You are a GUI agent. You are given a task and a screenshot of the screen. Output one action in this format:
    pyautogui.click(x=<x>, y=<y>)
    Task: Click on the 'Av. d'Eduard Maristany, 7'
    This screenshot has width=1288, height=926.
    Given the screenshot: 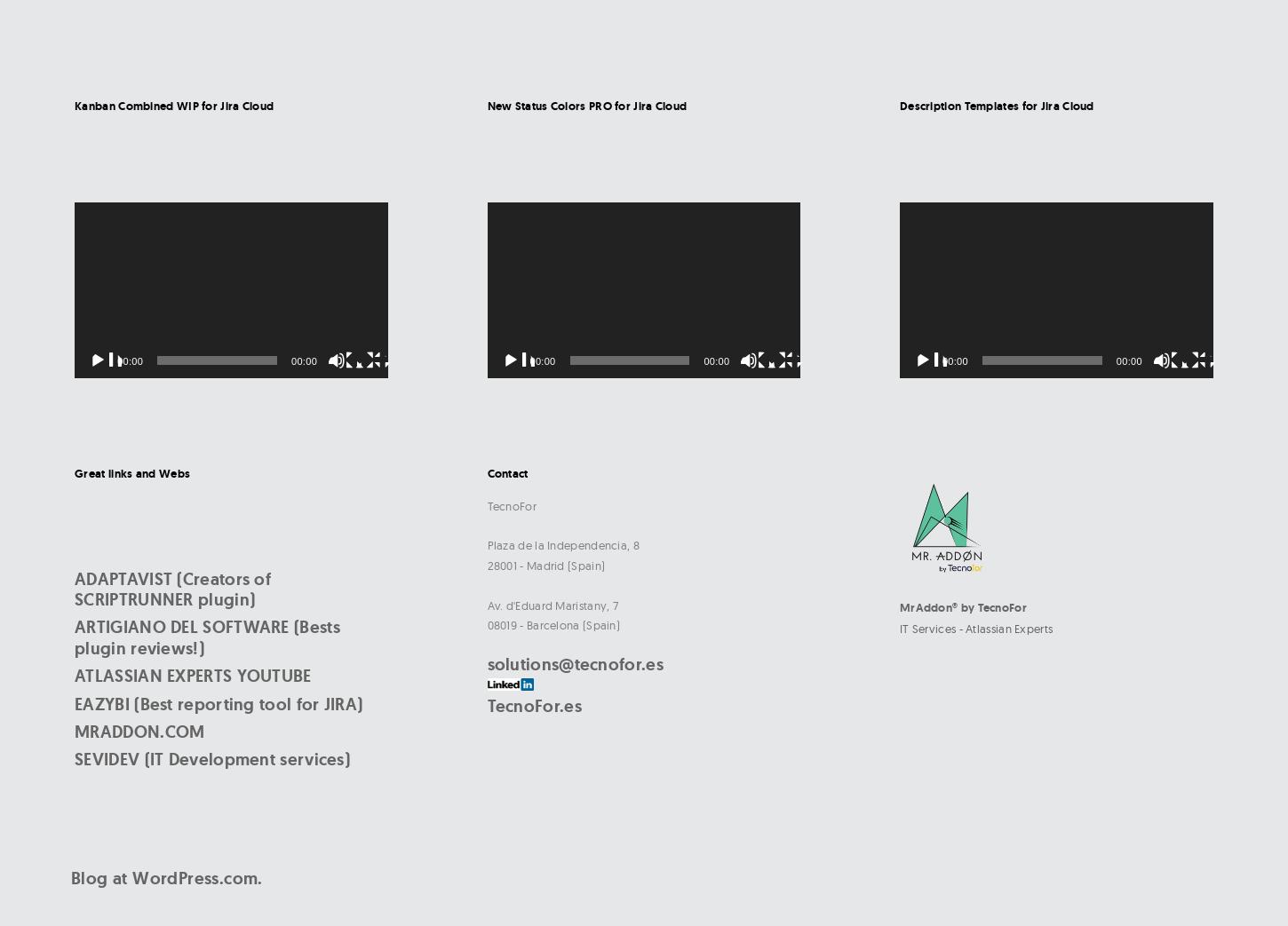 What is the action you would take?
    pyautogui.click(x=552, y=604)
    